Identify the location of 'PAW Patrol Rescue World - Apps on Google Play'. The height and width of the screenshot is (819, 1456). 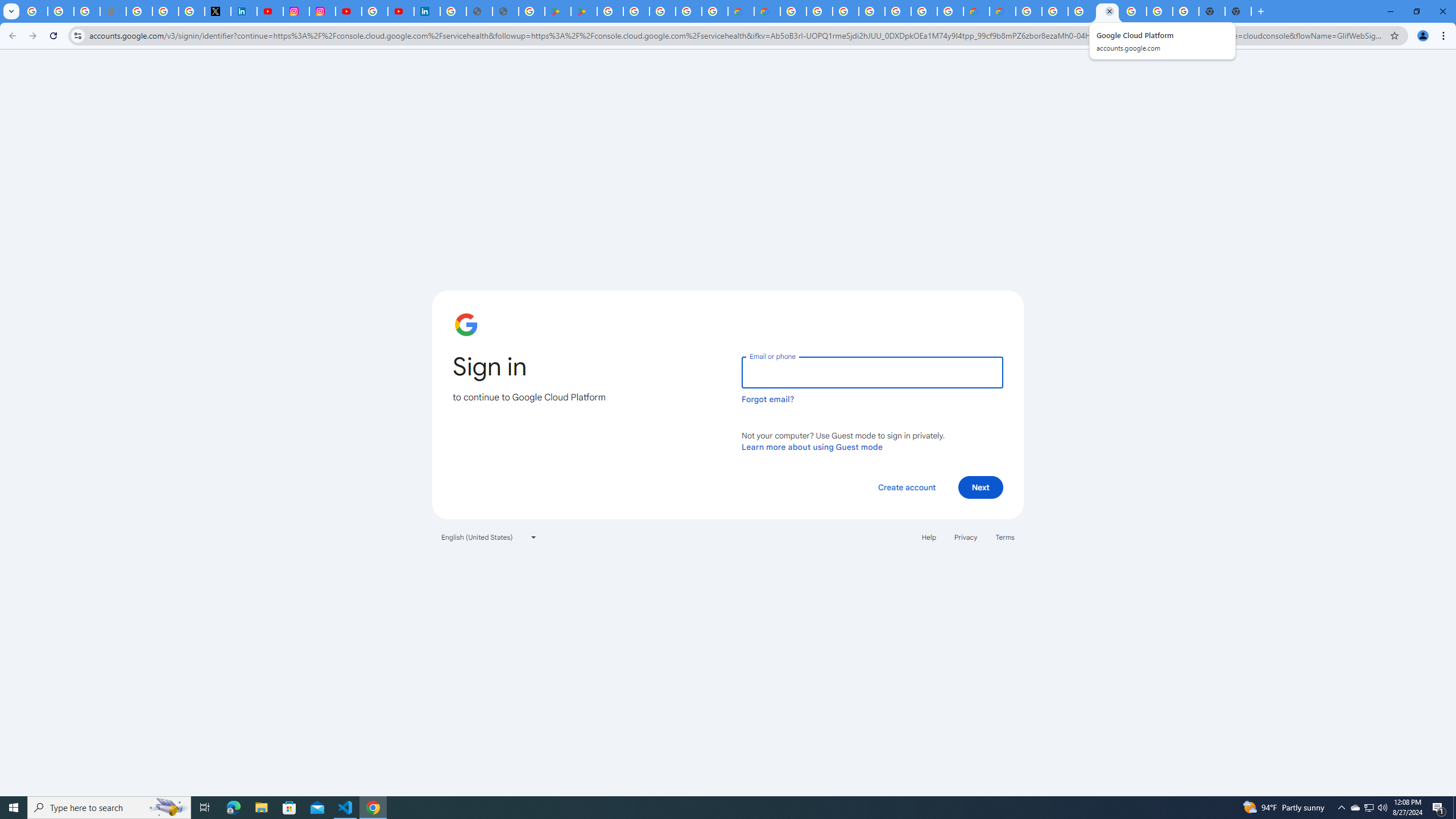
(584, 11).